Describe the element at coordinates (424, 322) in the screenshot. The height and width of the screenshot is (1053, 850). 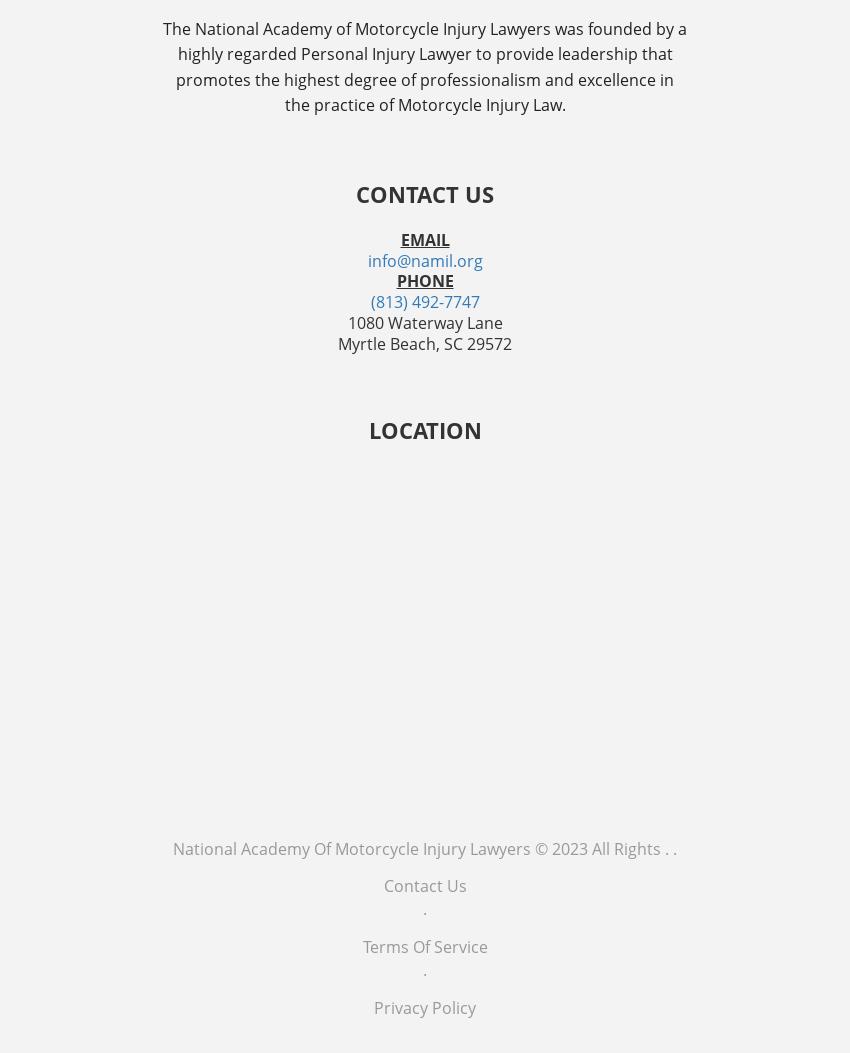
I see `'1080 Waterway Lane'` at that location.